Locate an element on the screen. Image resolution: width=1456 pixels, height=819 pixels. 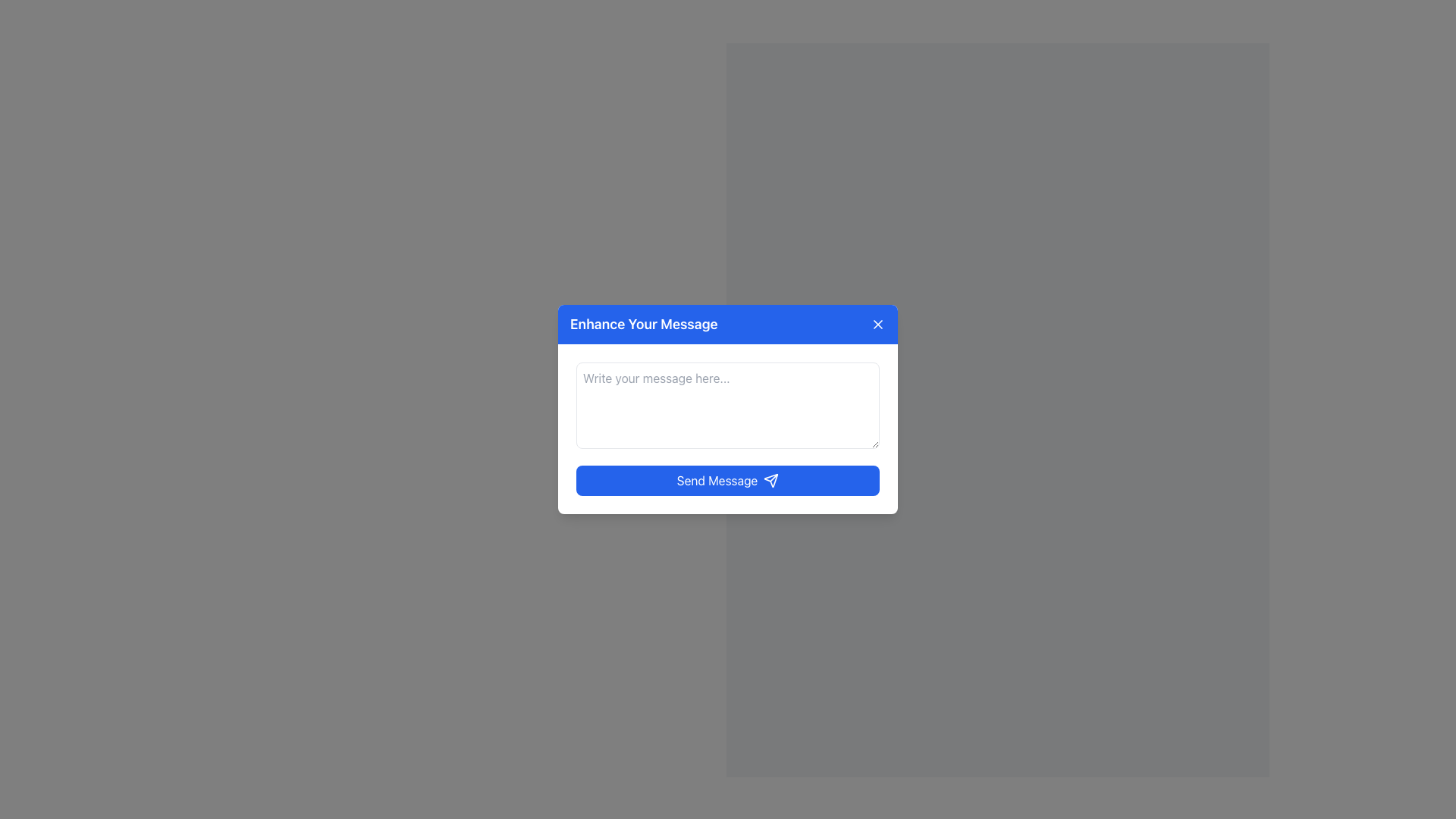
the 'Send Message' button located at the bottom of the dialog box, which is displayed in white font against a blue background is located at coordinates (716, 480).